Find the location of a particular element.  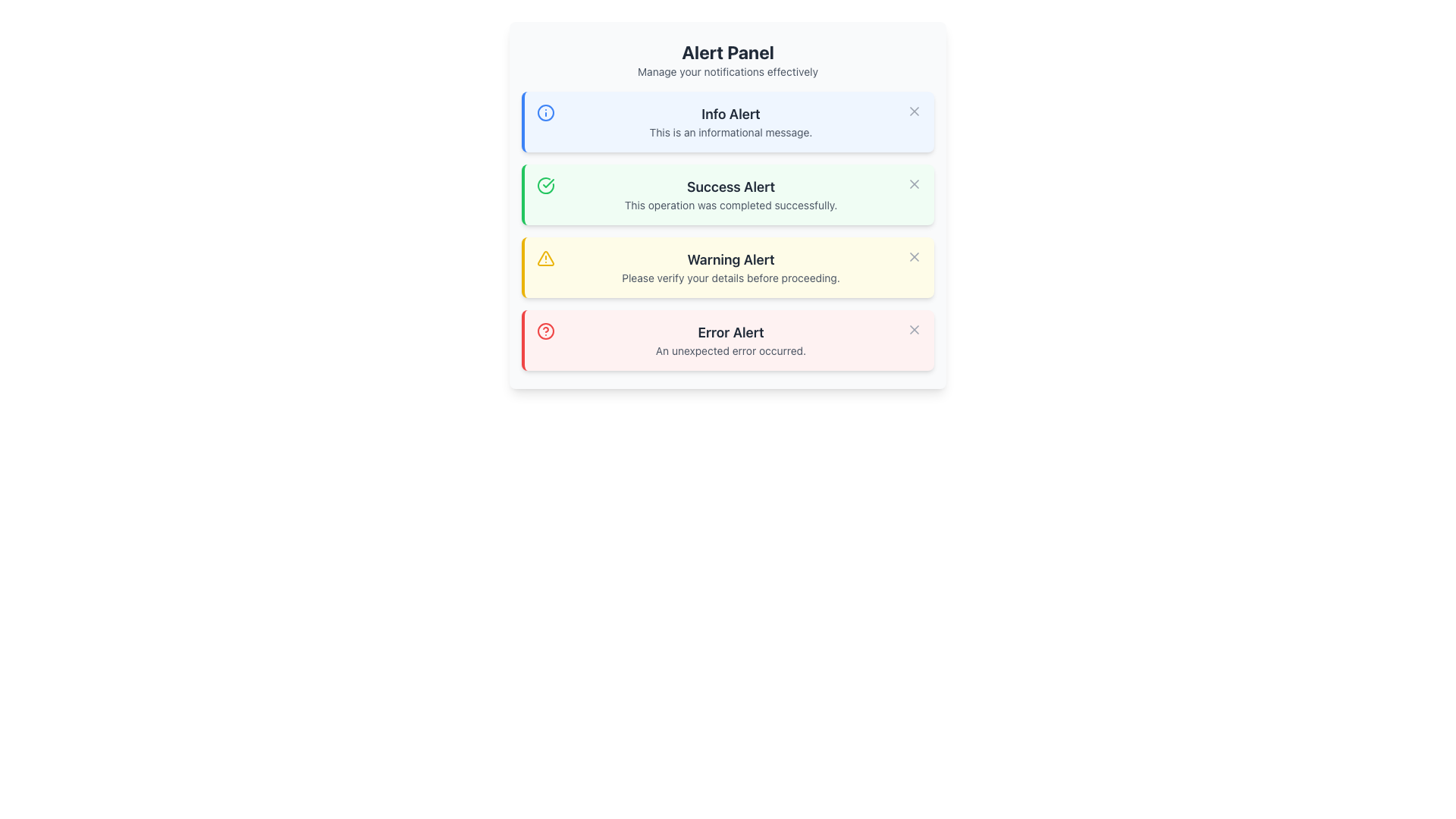

informational text located directly below the title of the 'Info Alert' component, which provides additional context to the user is located at coordinates (731, 131).